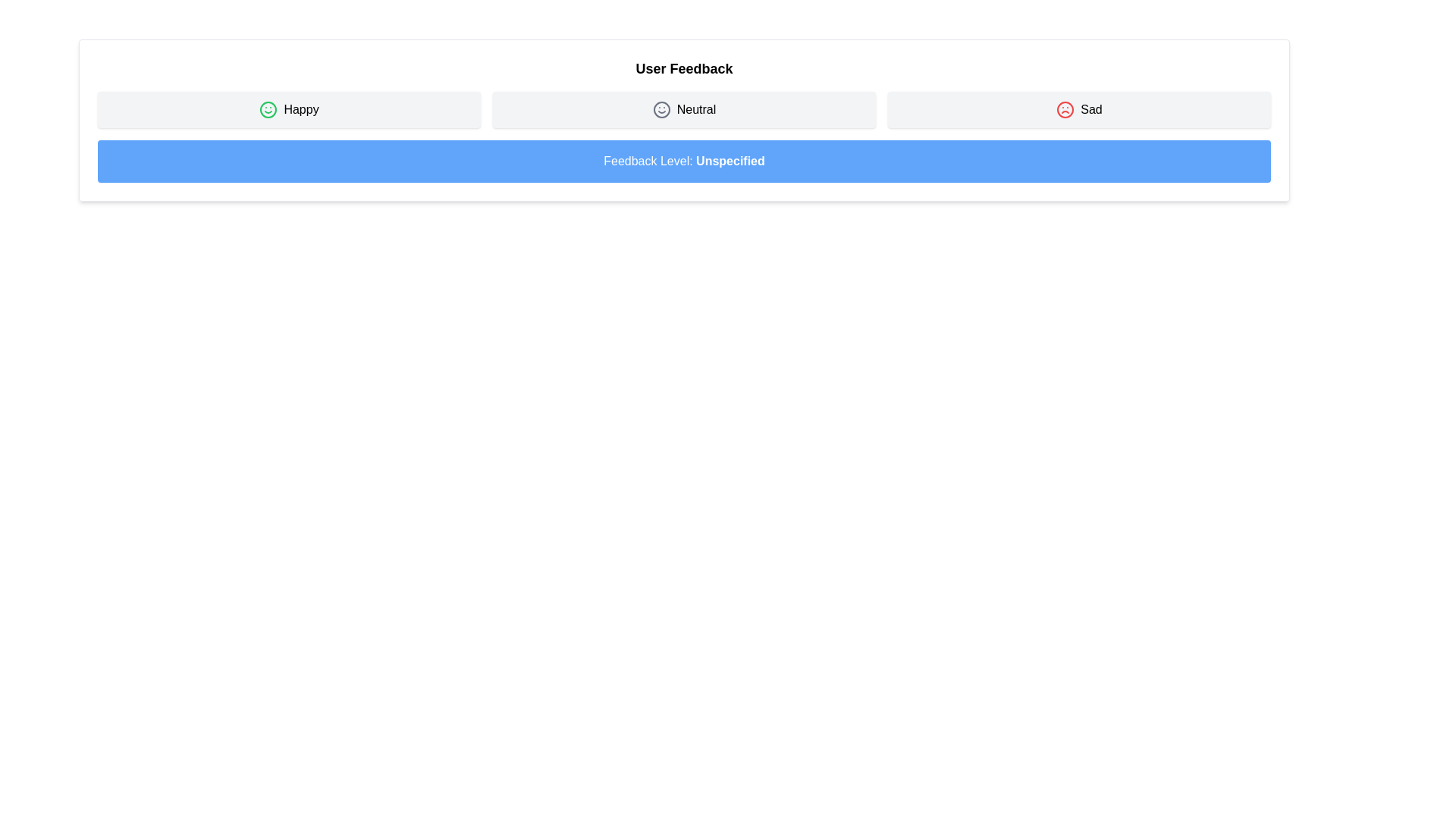  Describe the element at coordinates (1090, 109) in the screenshot. I see `the 'Sad' text label that is part of the feedback selection interface, located to the right of the sad face icon` at that location.